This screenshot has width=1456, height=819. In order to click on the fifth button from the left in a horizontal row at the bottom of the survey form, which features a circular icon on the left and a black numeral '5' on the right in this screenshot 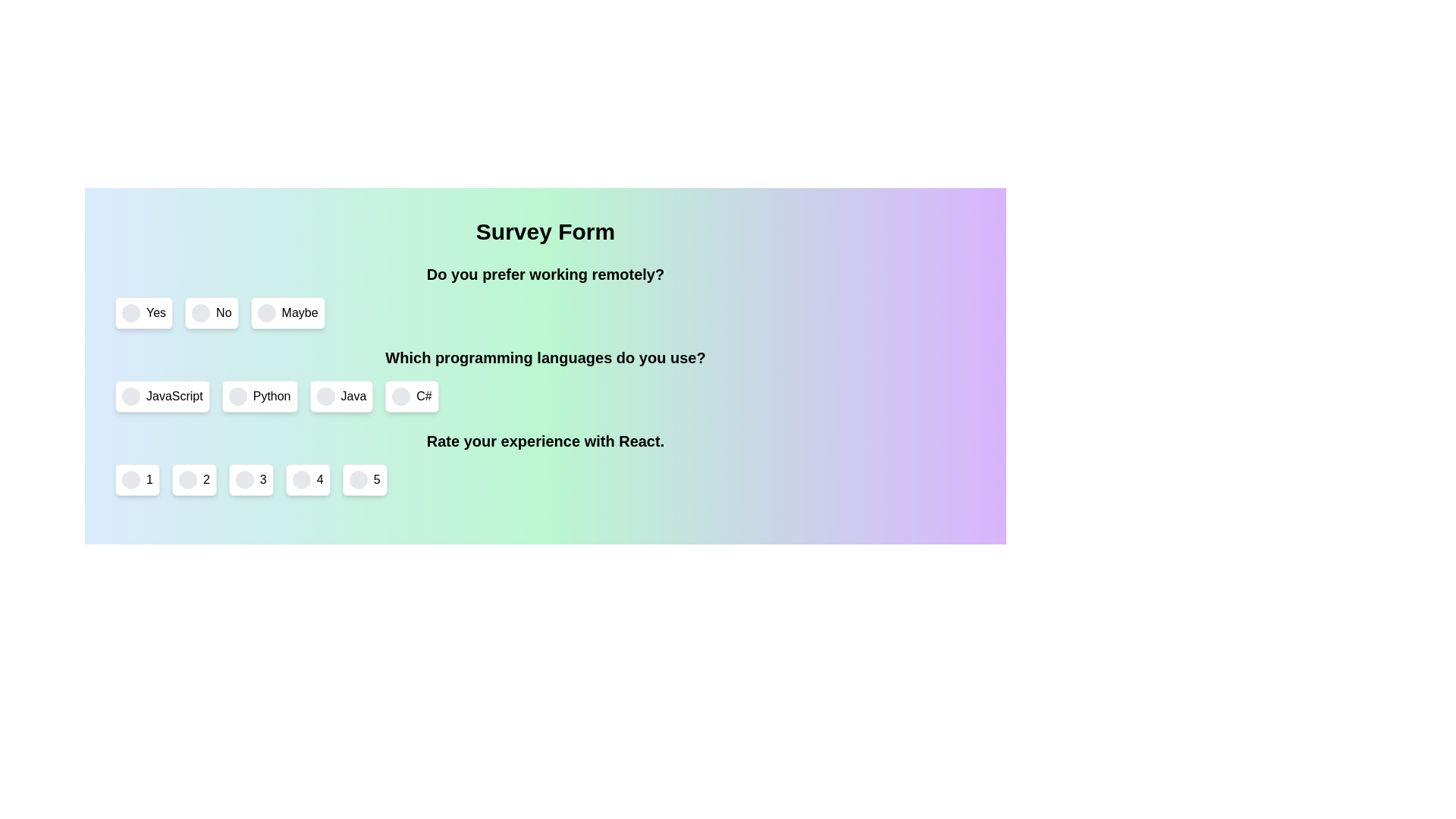, I will do `click(365, 479)`.